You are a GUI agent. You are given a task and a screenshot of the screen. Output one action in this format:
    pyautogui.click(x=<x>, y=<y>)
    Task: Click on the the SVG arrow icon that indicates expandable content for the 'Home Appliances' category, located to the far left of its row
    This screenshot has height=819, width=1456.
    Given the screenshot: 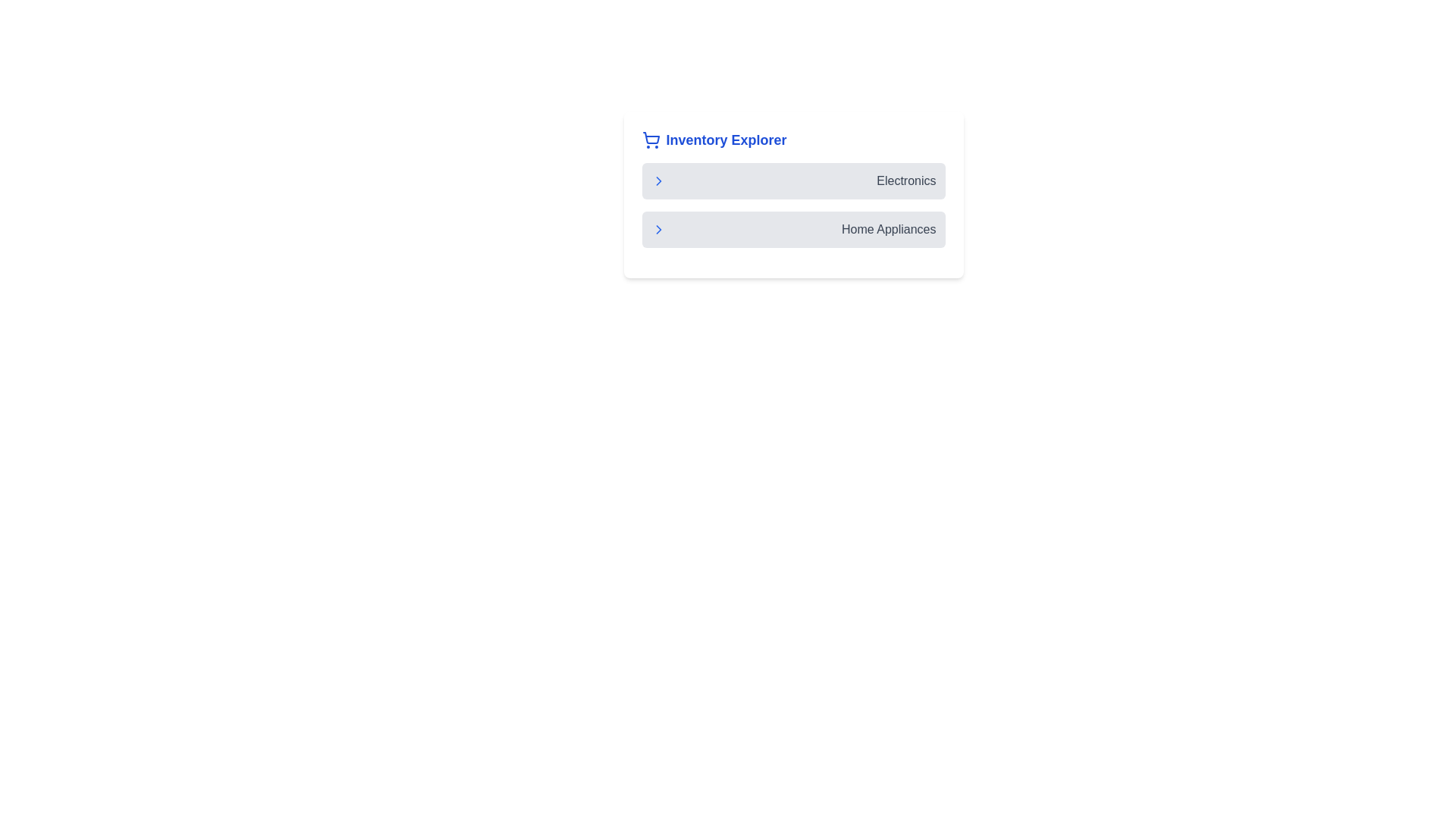 What is the action you would take?
    pyautogui.click(x=658, y=230)
    